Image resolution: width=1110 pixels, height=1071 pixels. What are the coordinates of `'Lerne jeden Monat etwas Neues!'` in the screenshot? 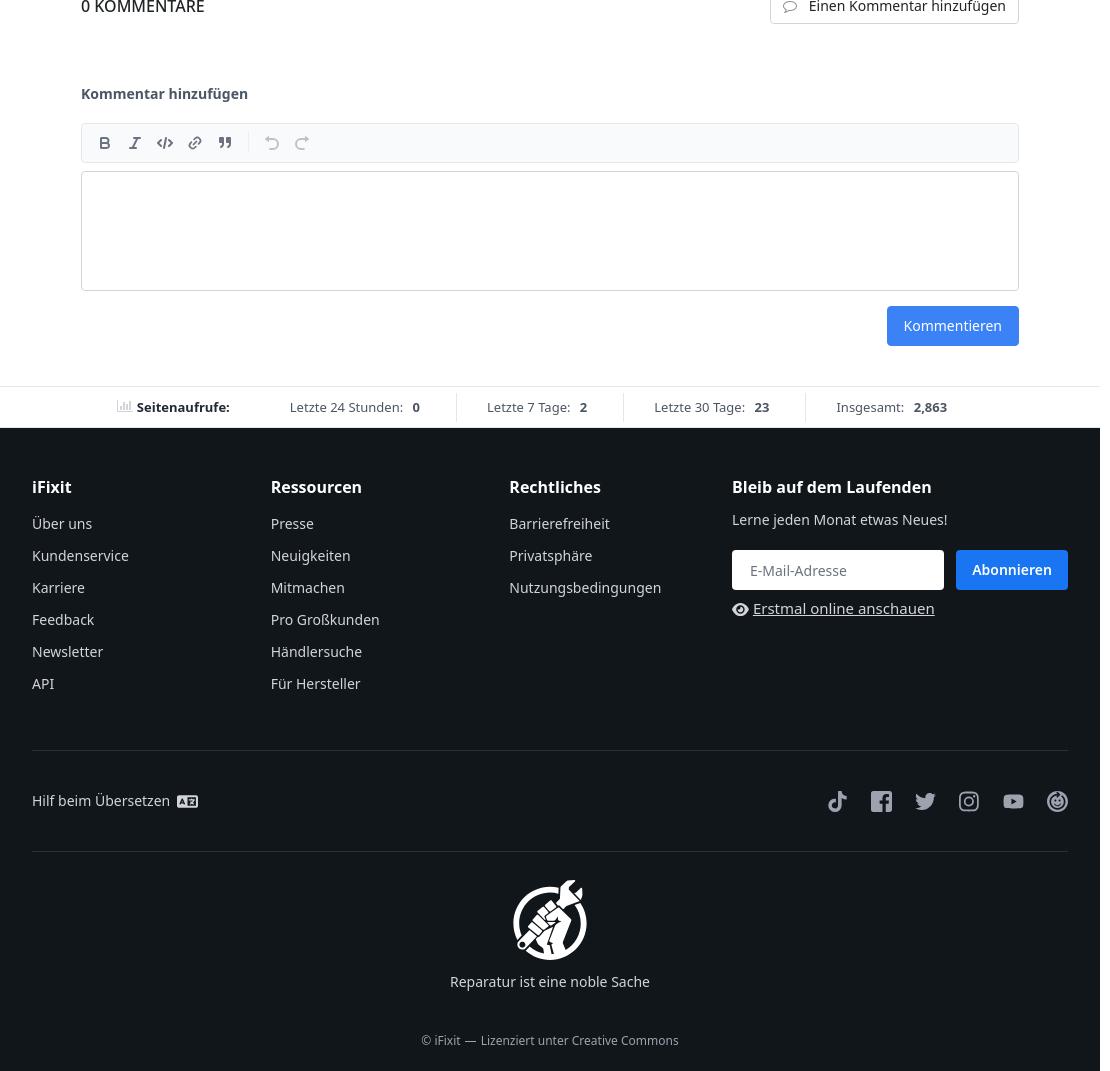 It's located at (731, 518).